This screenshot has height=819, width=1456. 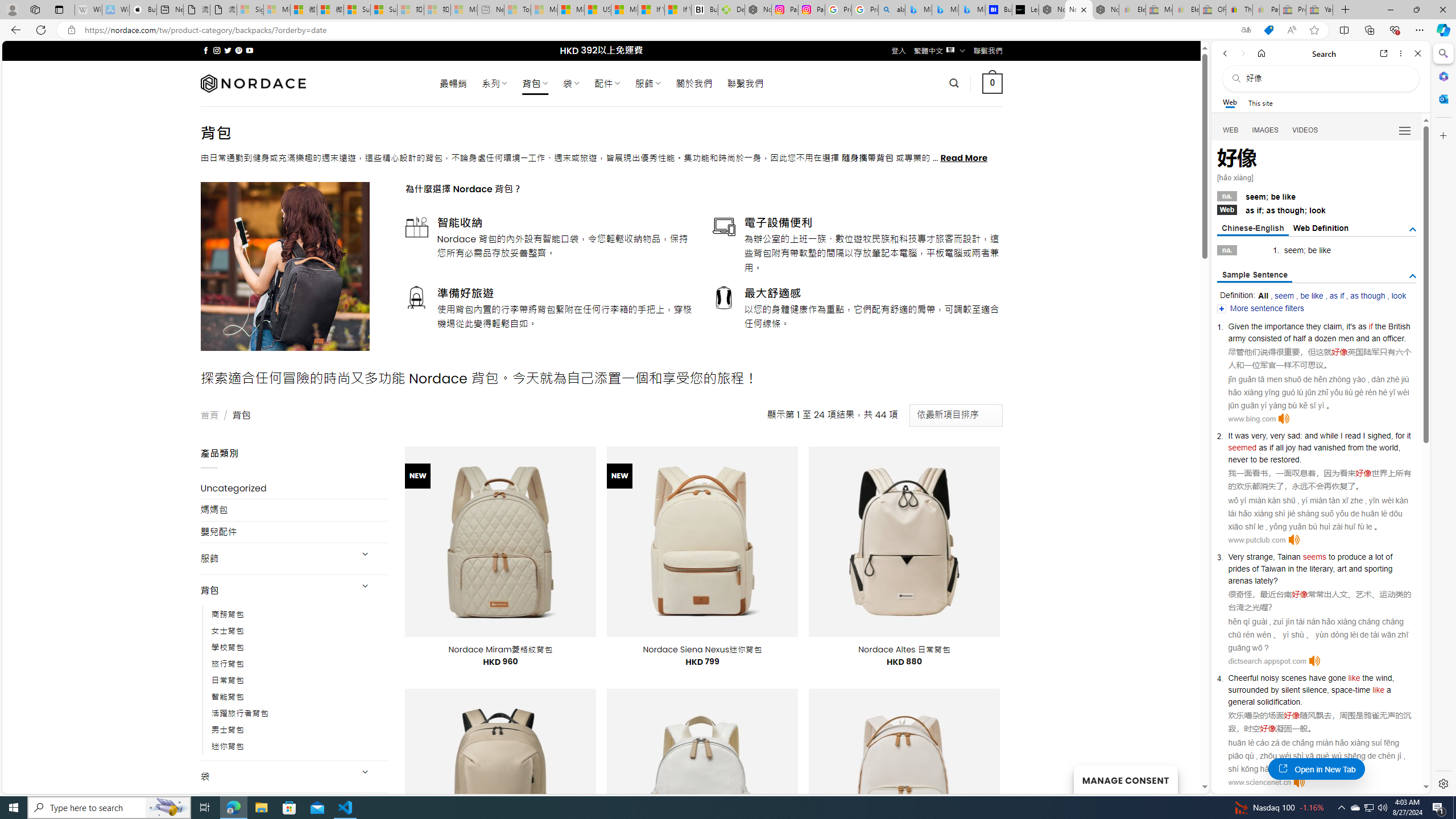 I want to click on 'lately', so click(x=1264, y=580).